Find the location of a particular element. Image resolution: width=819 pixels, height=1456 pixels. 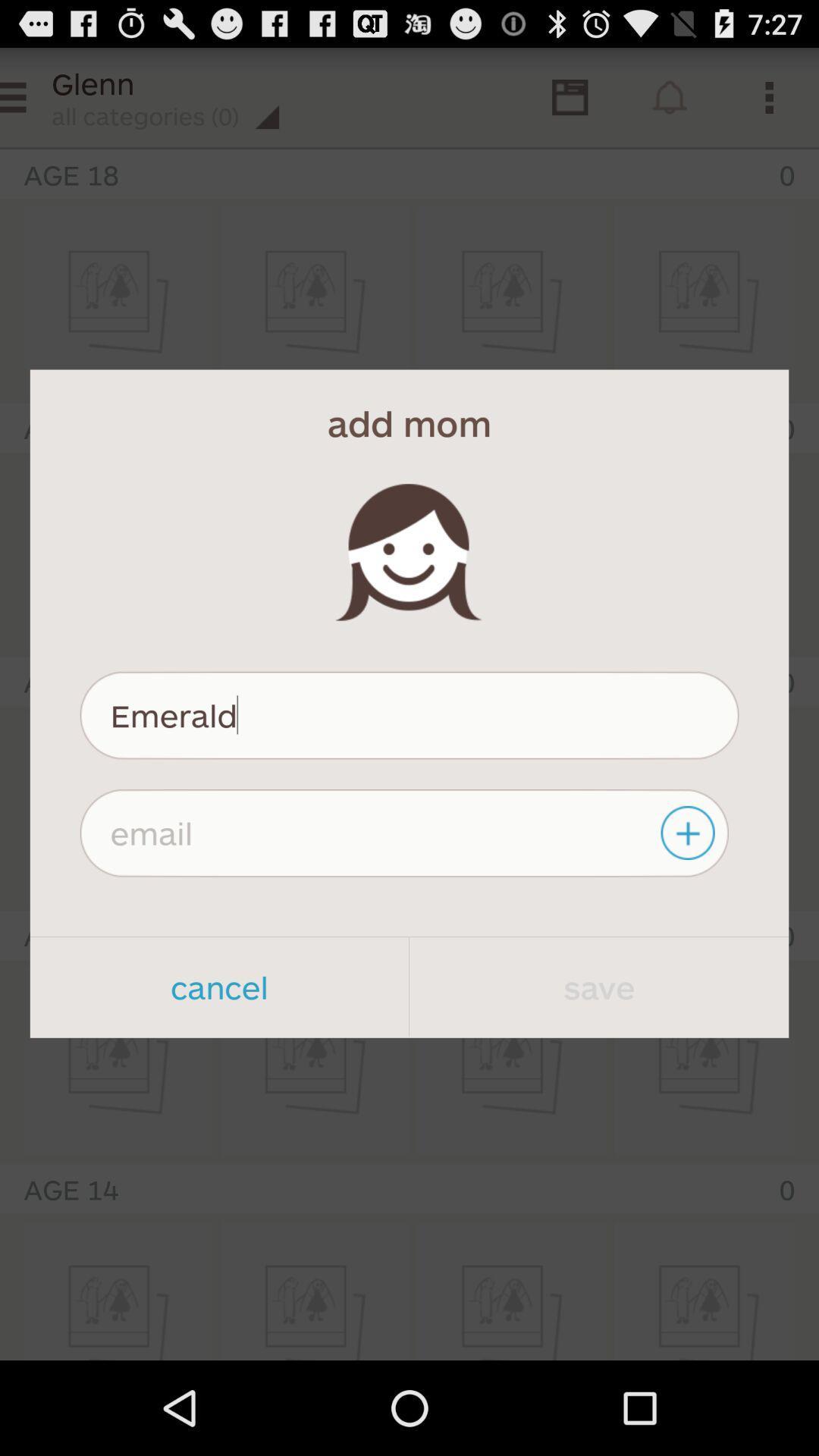

the icon next to the cancel is located at coordinates (598, 987).